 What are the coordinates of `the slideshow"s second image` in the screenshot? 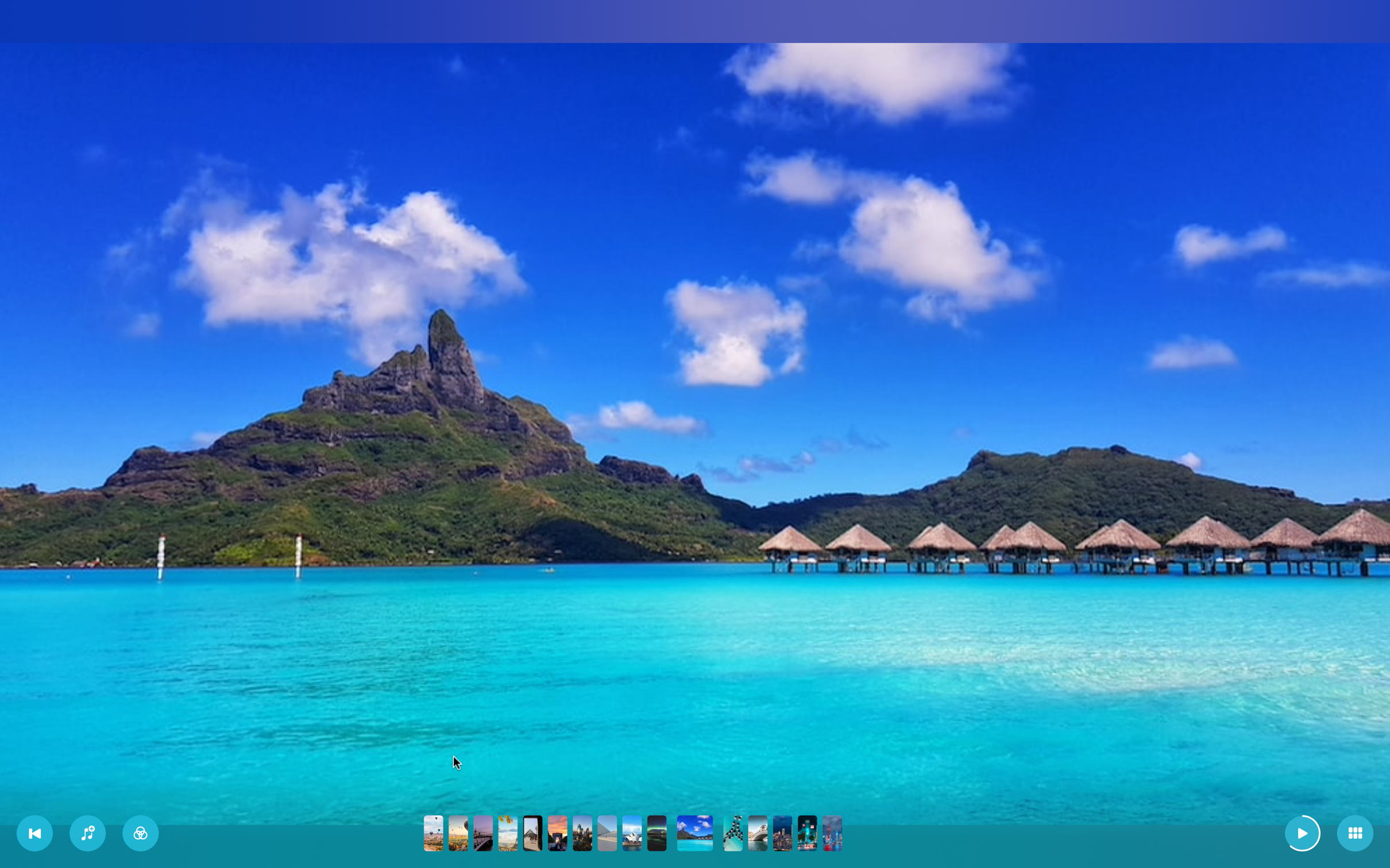 It's located at (458, 832).